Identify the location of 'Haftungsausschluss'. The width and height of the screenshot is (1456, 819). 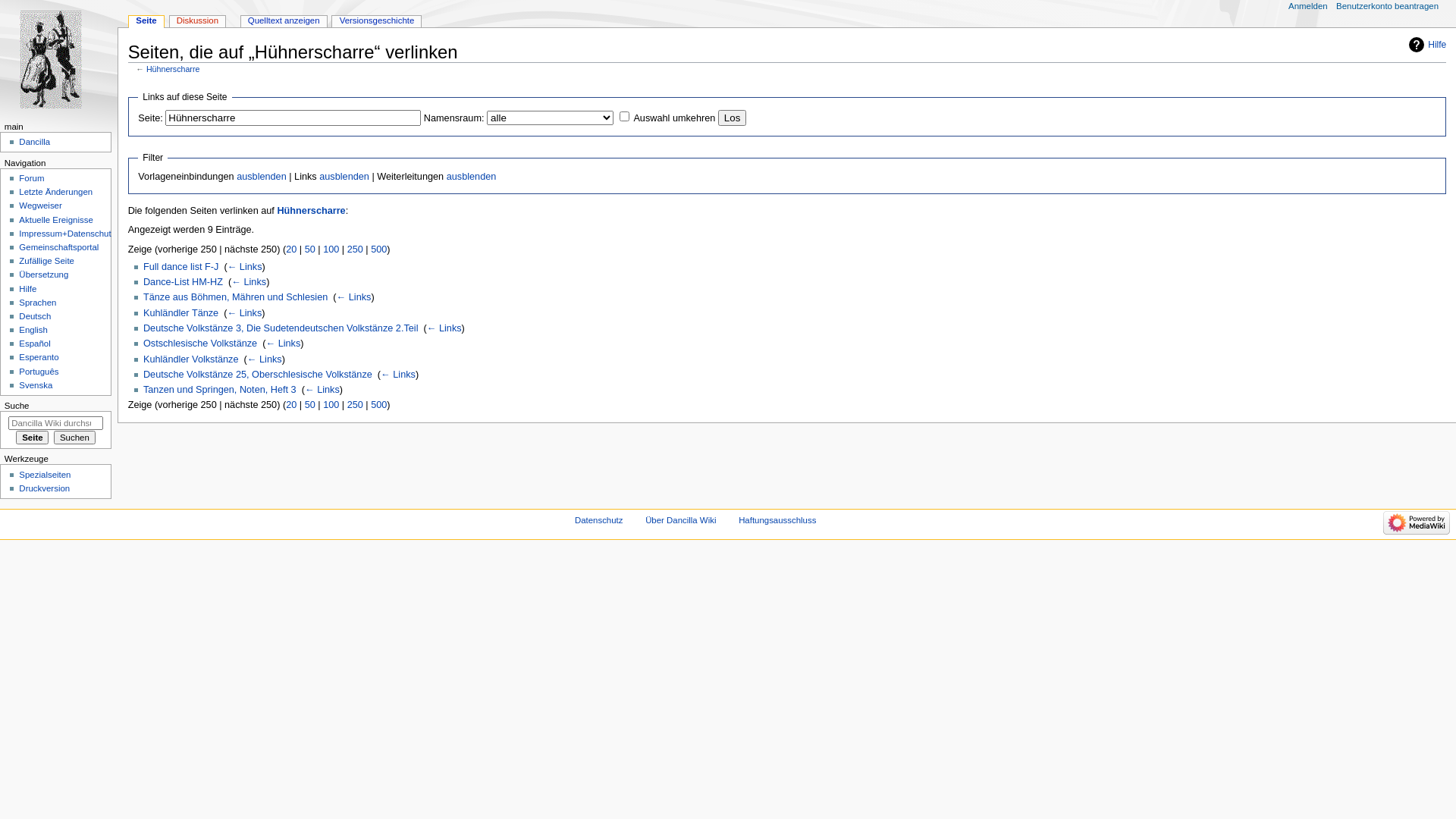
(777, 519).